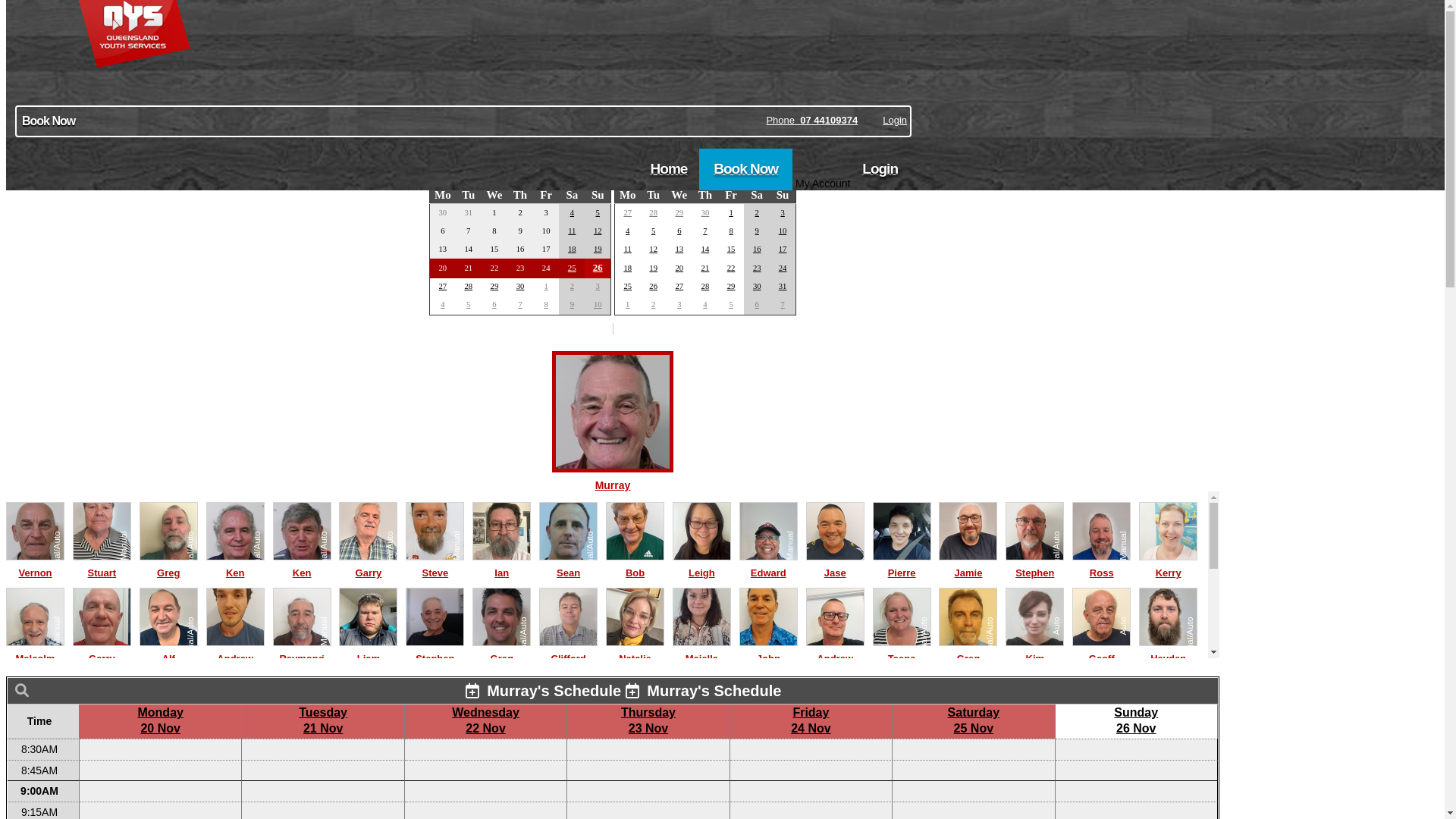 Image resolution: width=1456 pixels, height=819 pixels. What do you see at coordinates (902, 565) in the screenshot?
I see `'Pierre'` at bounding box center [902, 565].